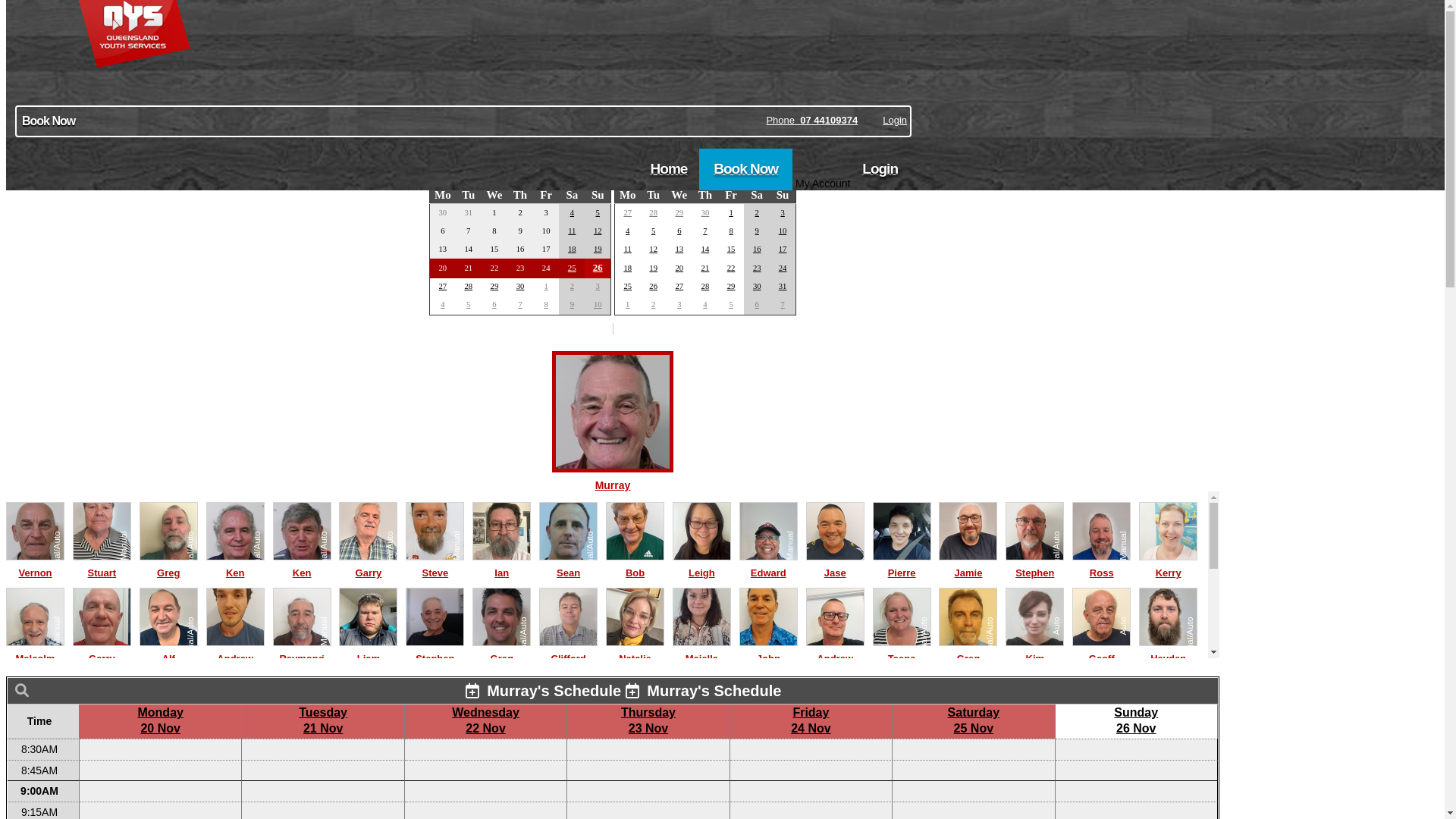 Image resolution: width=1456 pixels, height=819 pixels. What do you see at coordinates (902, 565) in the screenshot?
I see `'Pierre'` at bounding box center [902, 565].